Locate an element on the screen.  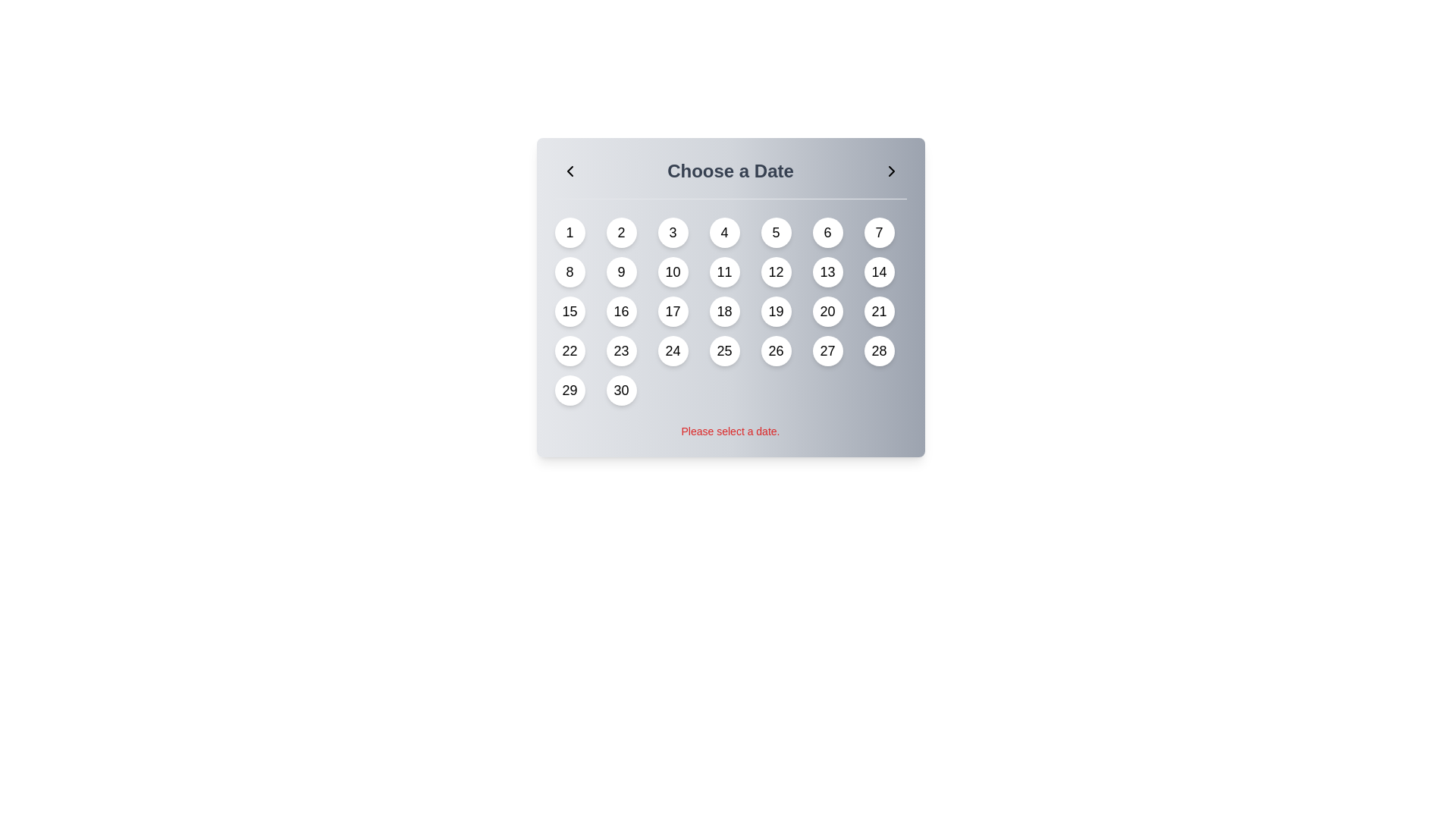
the button is located at coordinates (621, 311).